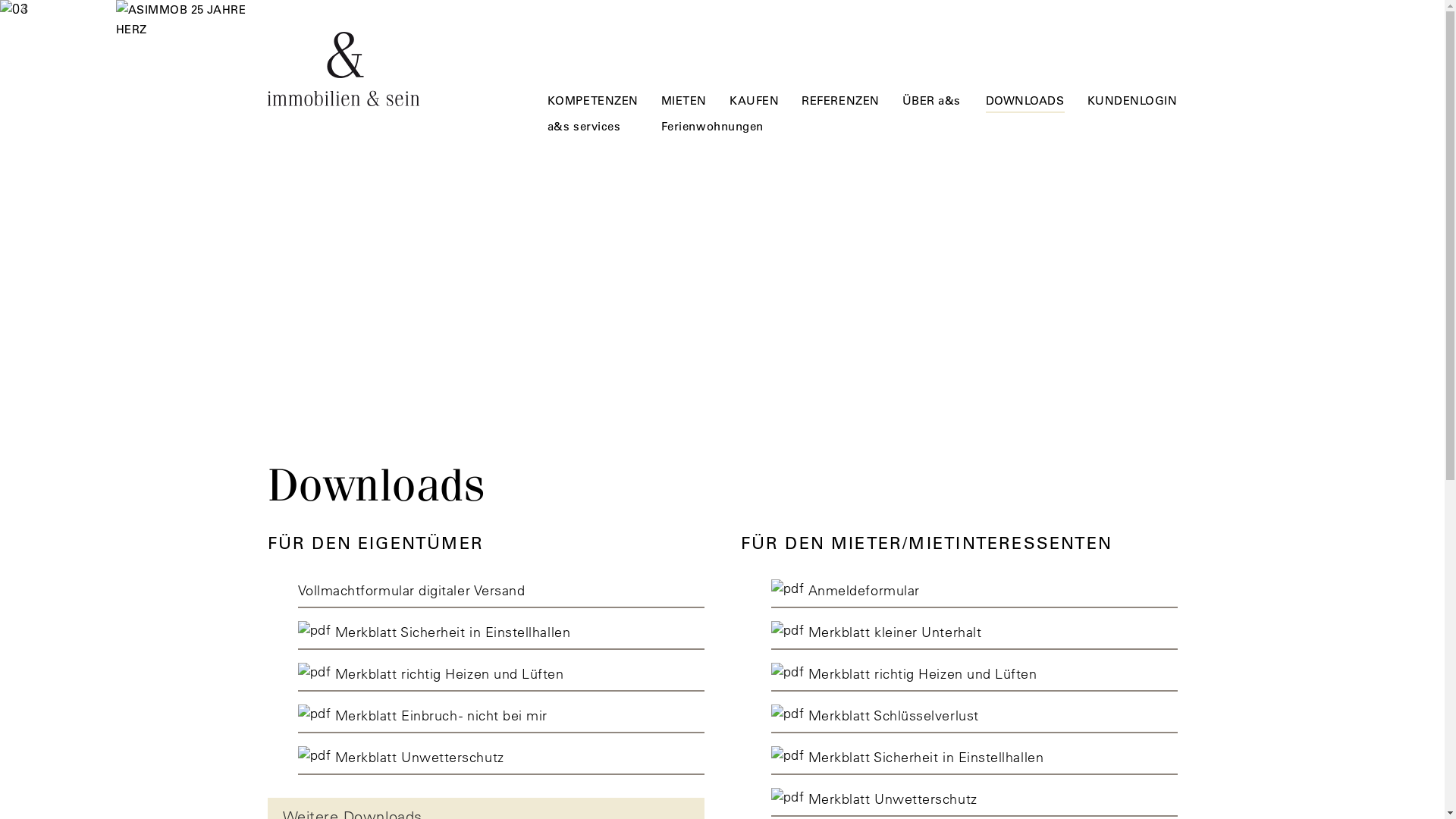  Describe the element at coordinates (973, 798) in the screenshot. I see `'Merkblatt Unwetterschutz'` at that location.